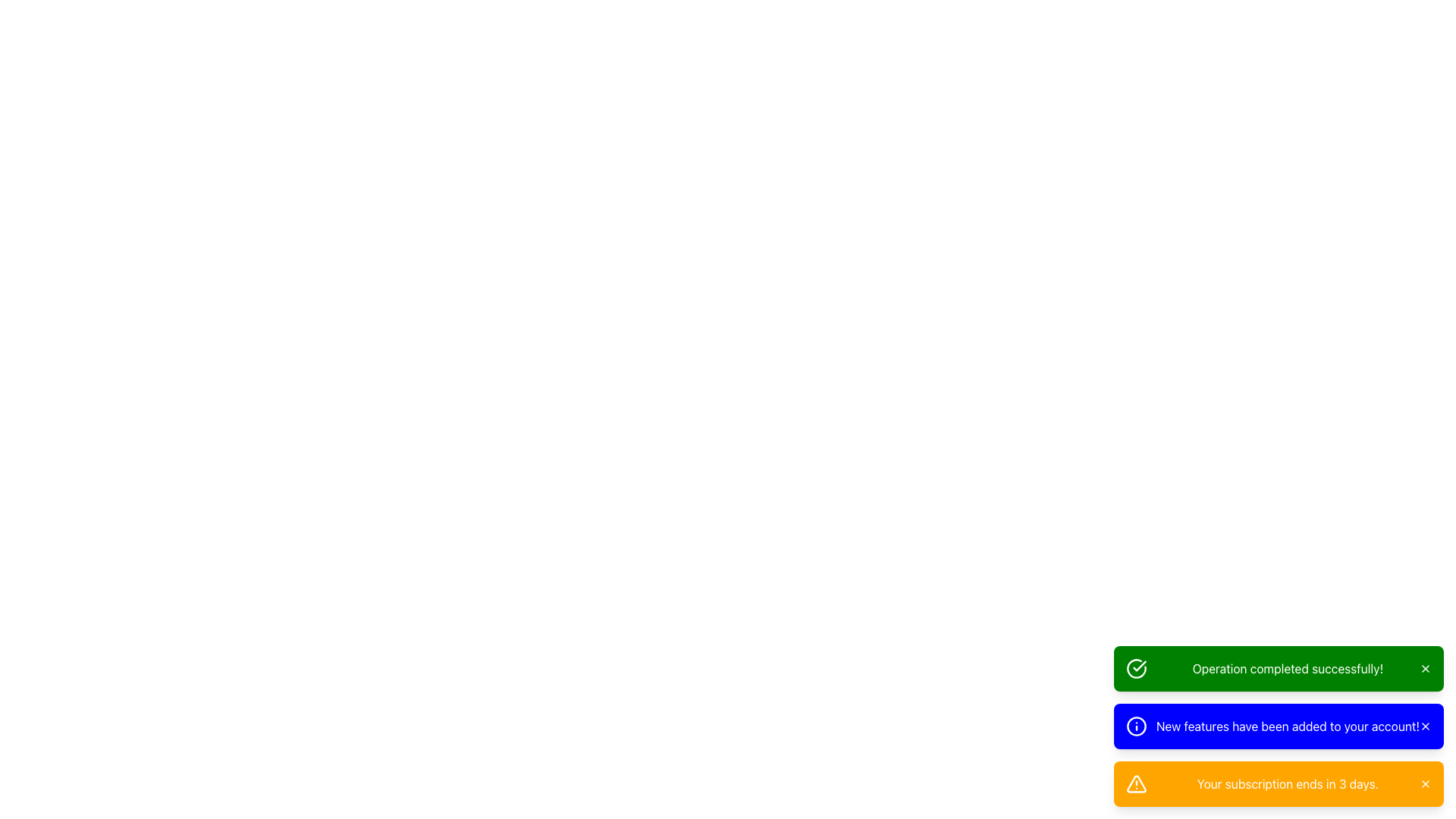 This screenshot has width=1456, height=819. Describe the element at coordinates (1287, 725) in the screenshot. I see `the text label that displays 'New features have been added to your account!' in the notification card, which is the second card from the top with a blue background` at that location.